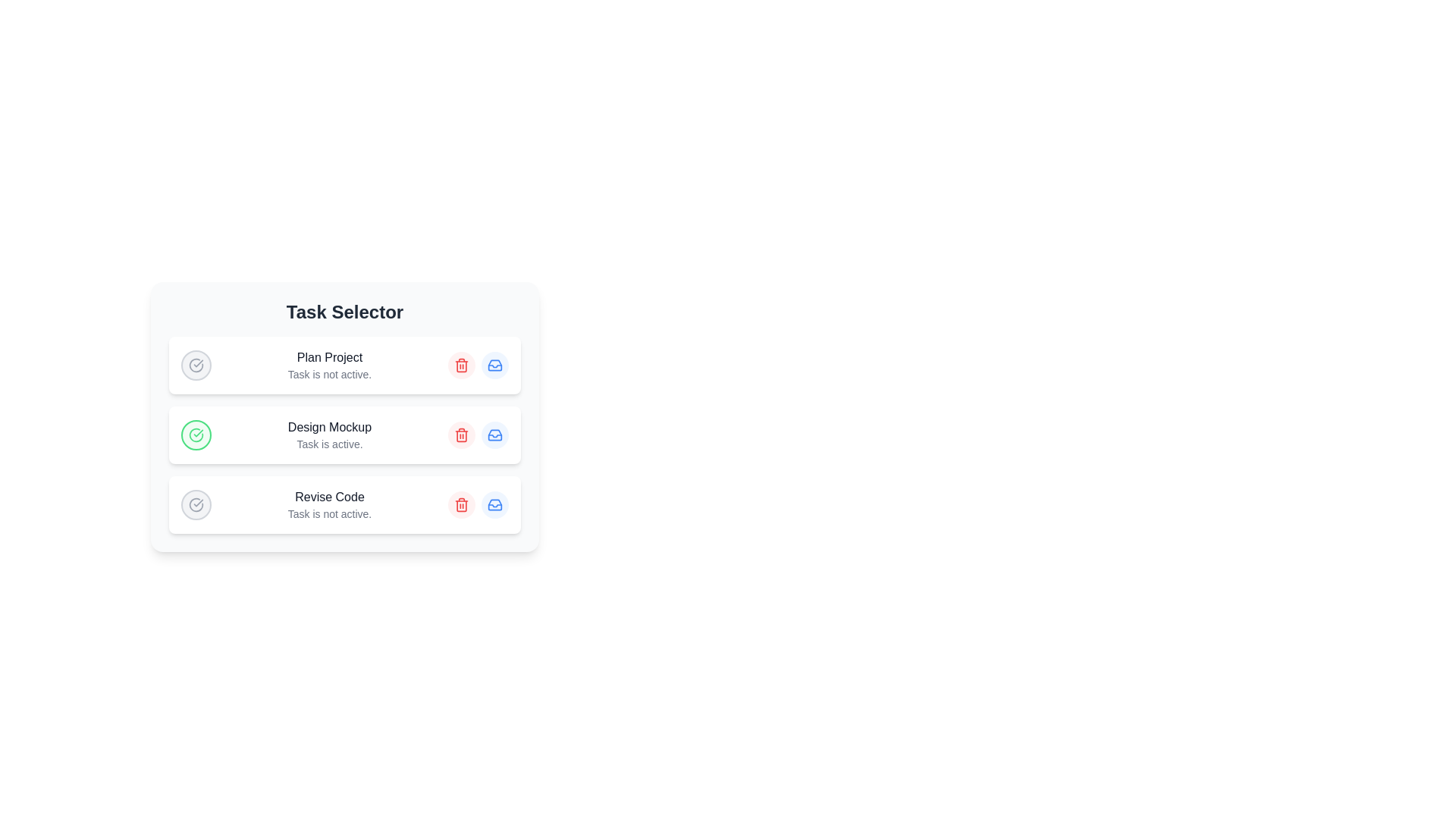 The image size is (1456, 819). Describe the element at coordinates (461, 505) in the screenshot. I see `the circular red button with a trash can icon located on the right side of the 'Revise Code' task row` at that location.